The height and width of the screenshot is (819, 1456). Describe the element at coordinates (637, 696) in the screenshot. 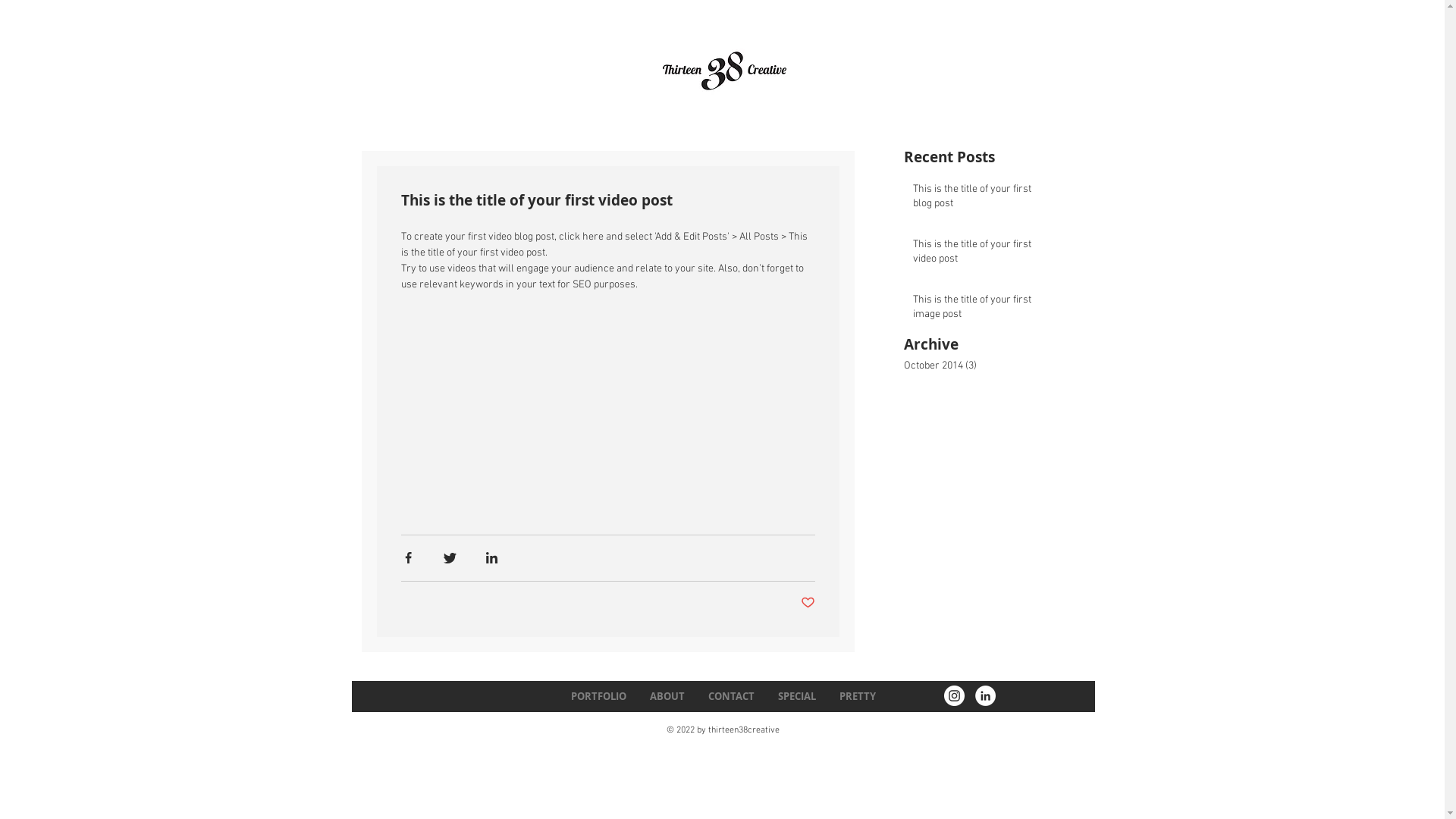

I see `'ABOUT'` at that location.